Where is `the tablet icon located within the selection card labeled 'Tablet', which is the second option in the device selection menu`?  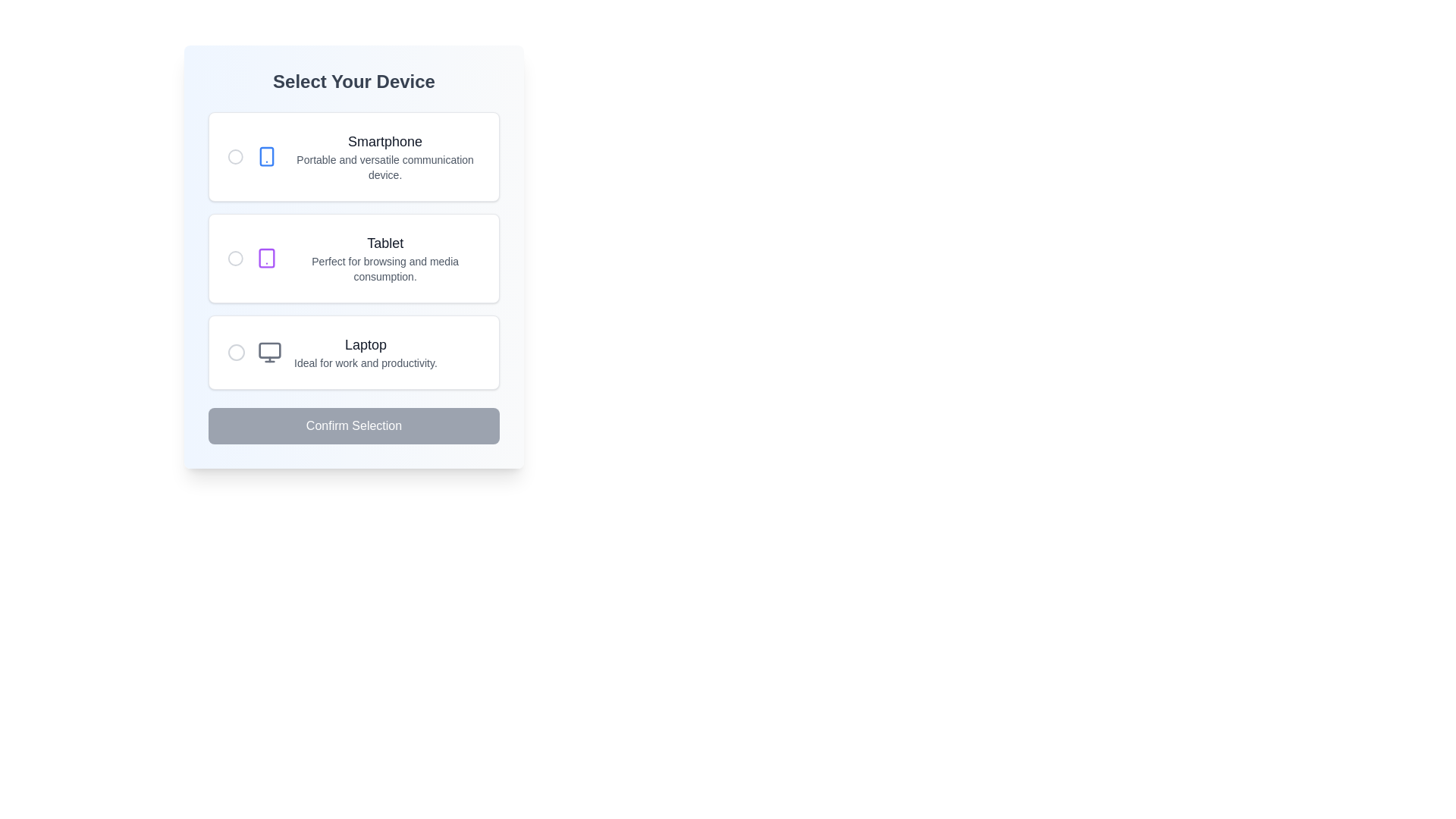 the tablet icon located within the selection card labeled 'Tablet', which is the second option in the device selection menu is located at coordinates (266, 257).